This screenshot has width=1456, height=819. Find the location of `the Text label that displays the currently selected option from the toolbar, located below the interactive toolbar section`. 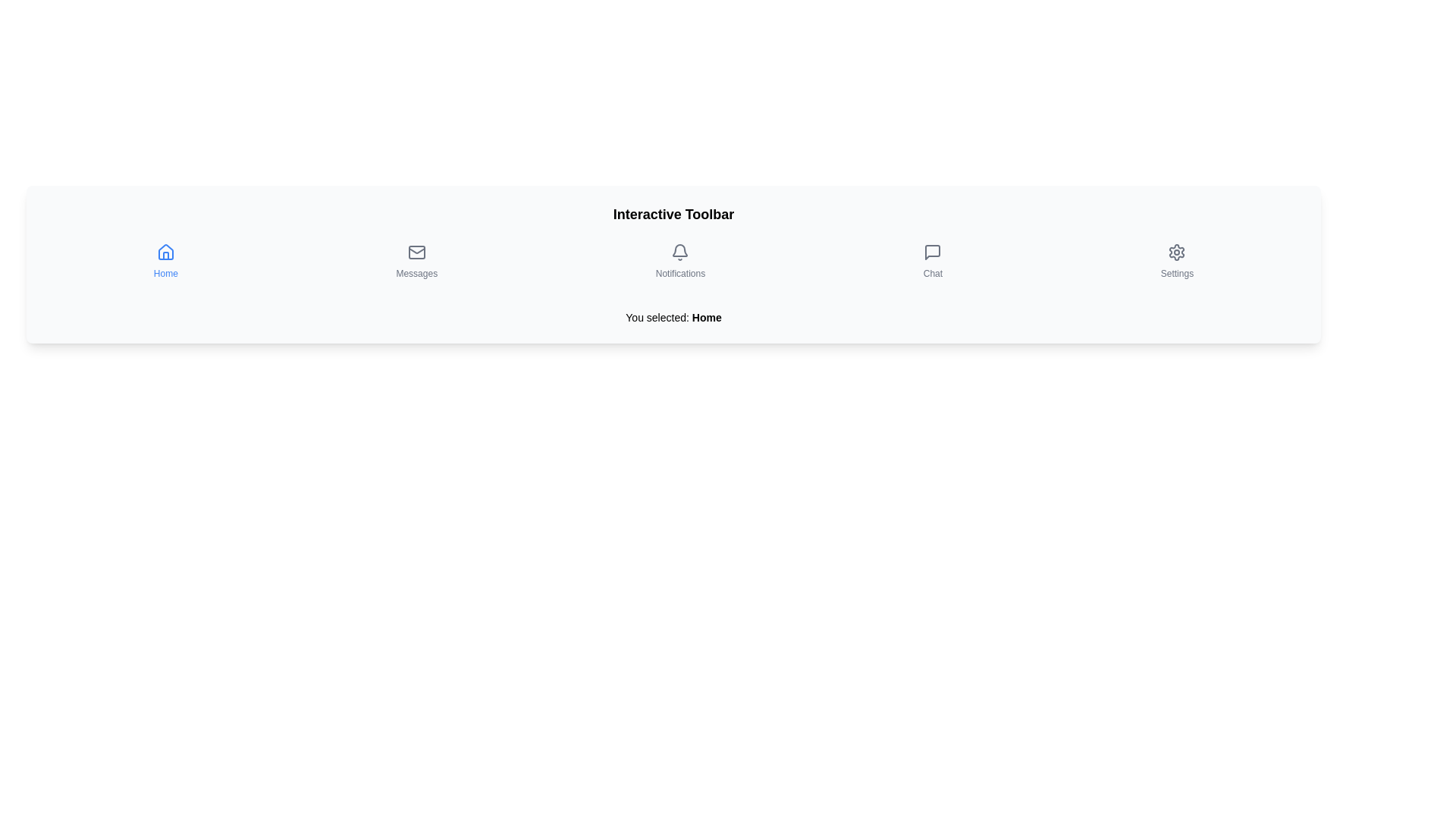

the Text label that displays the currently selected option from the toolbar, located below the interactive toolbar section is located at coordinates (673, 317).